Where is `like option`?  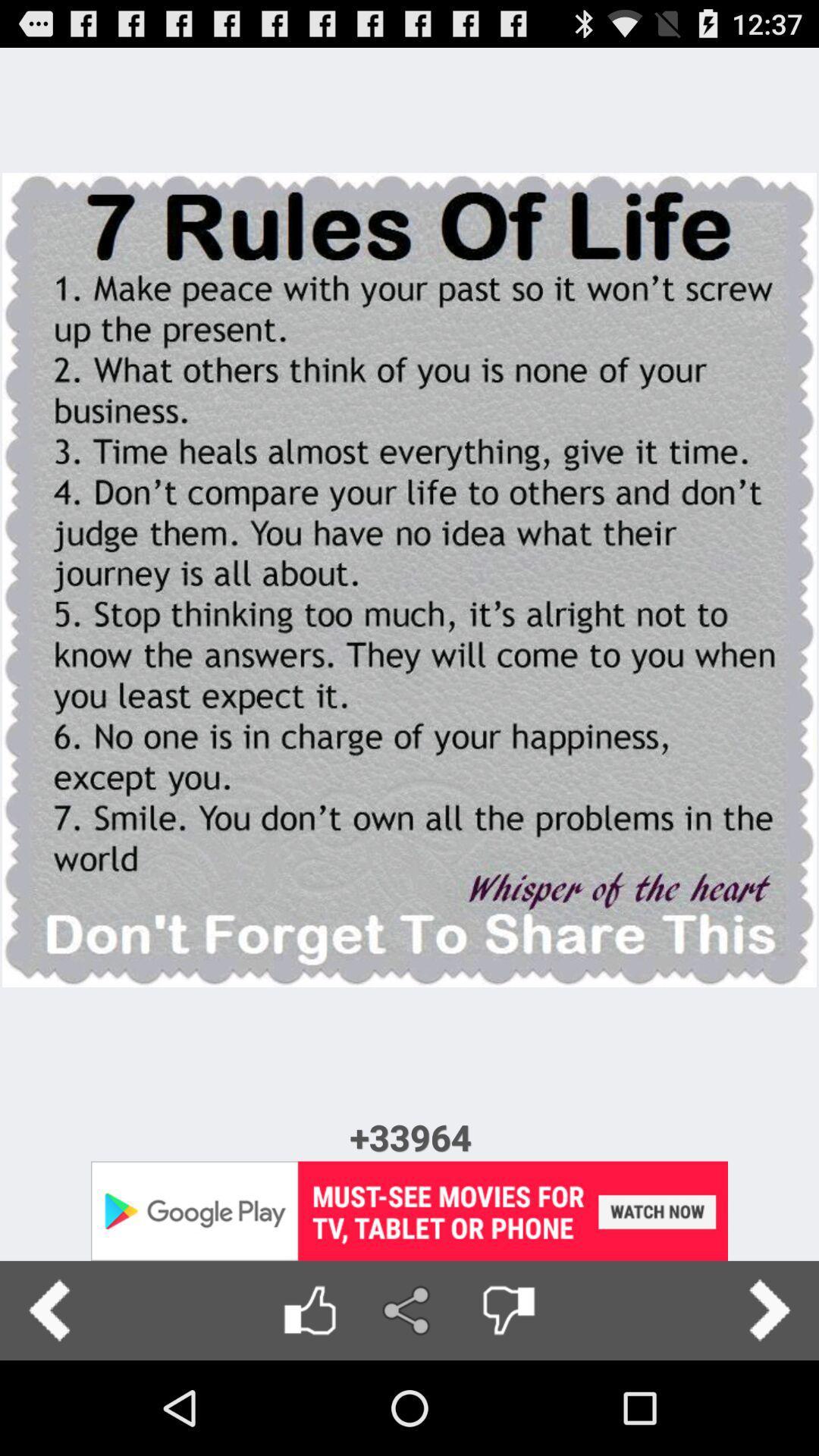 like option is located at coordinates (309, 1310).